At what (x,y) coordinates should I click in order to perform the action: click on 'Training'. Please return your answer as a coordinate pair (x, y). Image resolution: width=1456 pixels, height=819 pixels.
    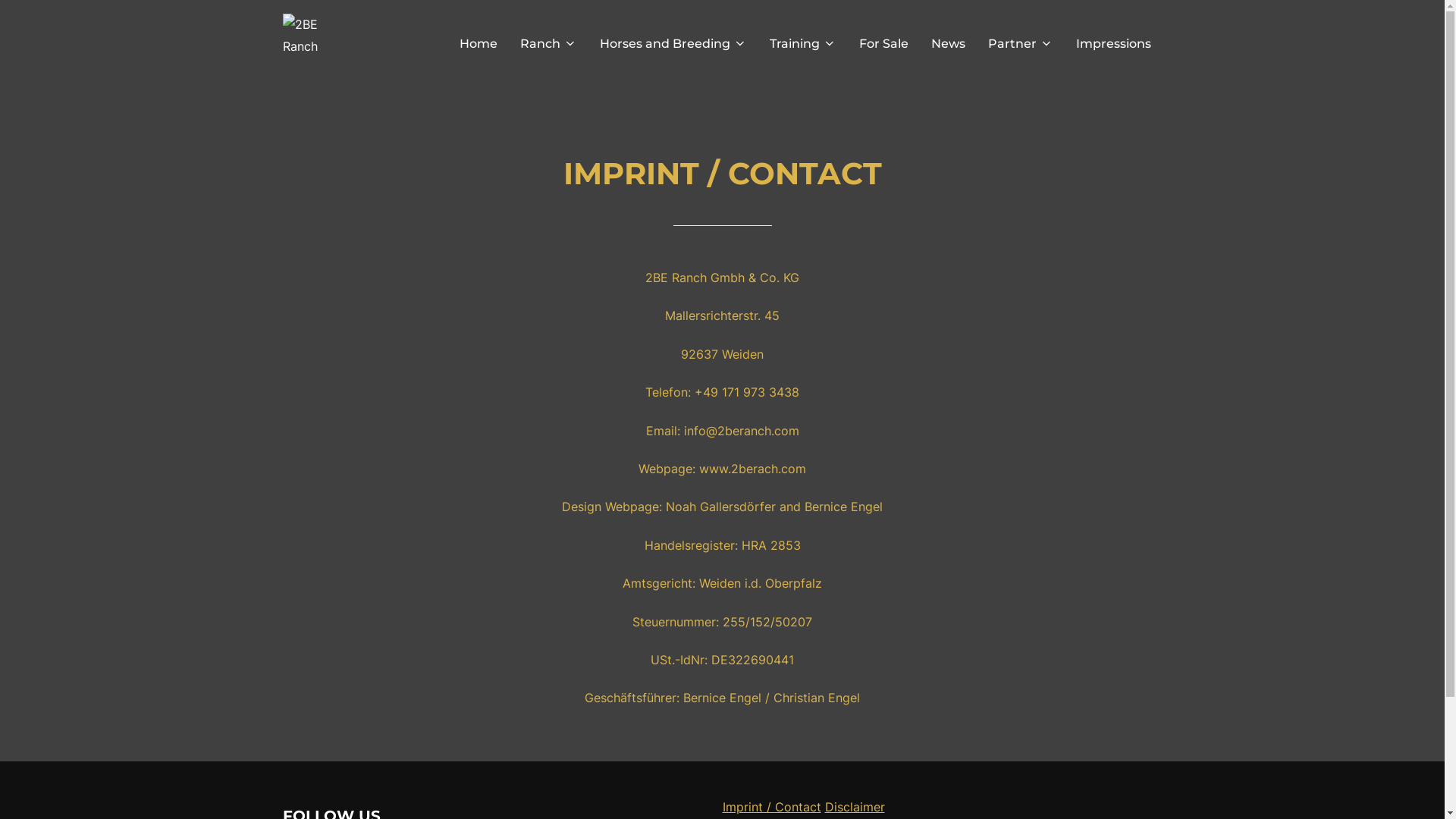
    Looking at the image, I should click on (801, 42).